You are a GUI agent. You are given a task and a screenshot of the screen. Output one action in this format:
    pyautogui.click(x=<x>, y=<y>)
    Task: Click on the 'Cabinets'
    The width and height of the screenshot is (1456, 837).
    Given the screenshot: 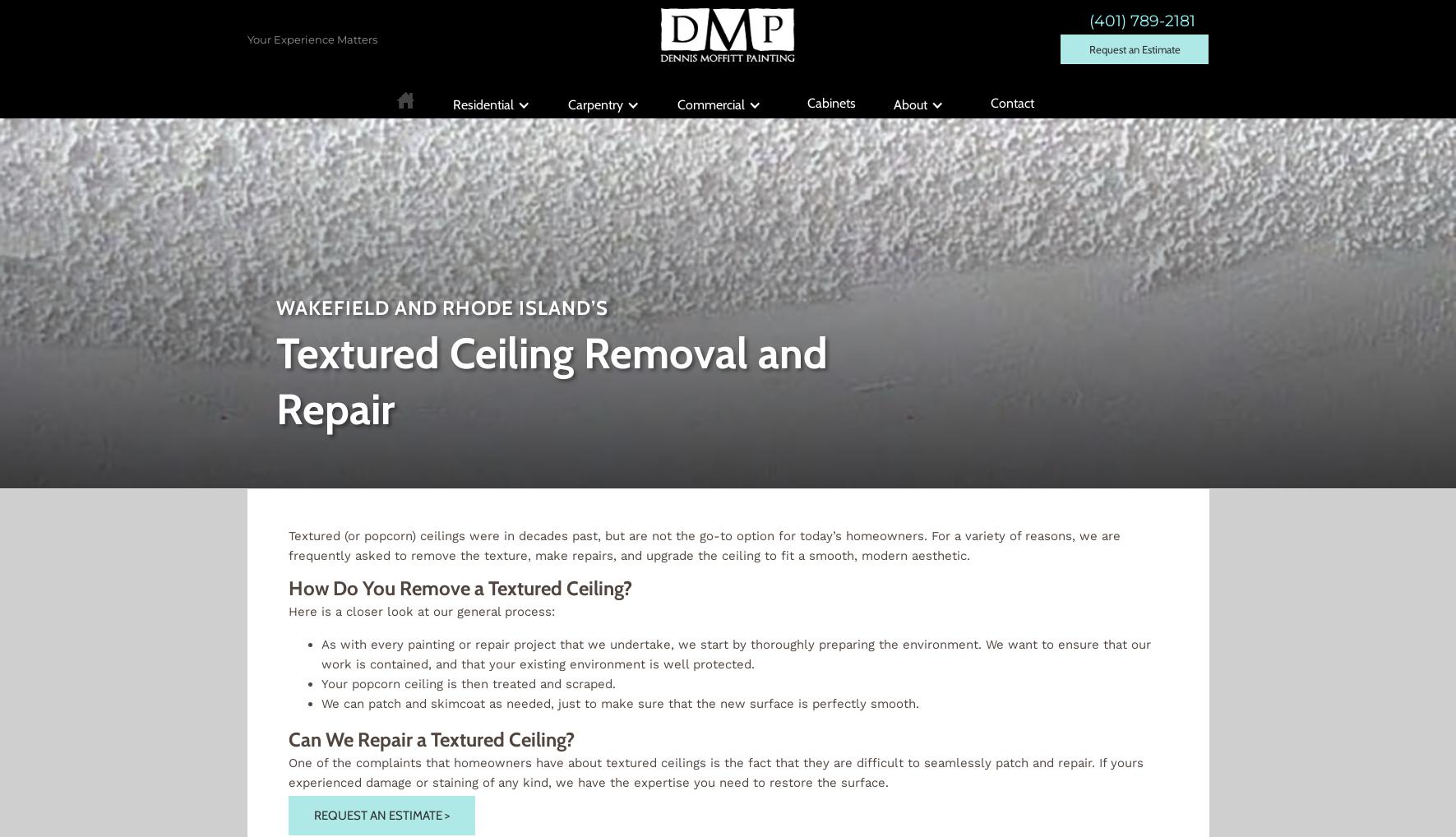 What is the action you would take?
    pyautogui.click(x=831, y=102)
    